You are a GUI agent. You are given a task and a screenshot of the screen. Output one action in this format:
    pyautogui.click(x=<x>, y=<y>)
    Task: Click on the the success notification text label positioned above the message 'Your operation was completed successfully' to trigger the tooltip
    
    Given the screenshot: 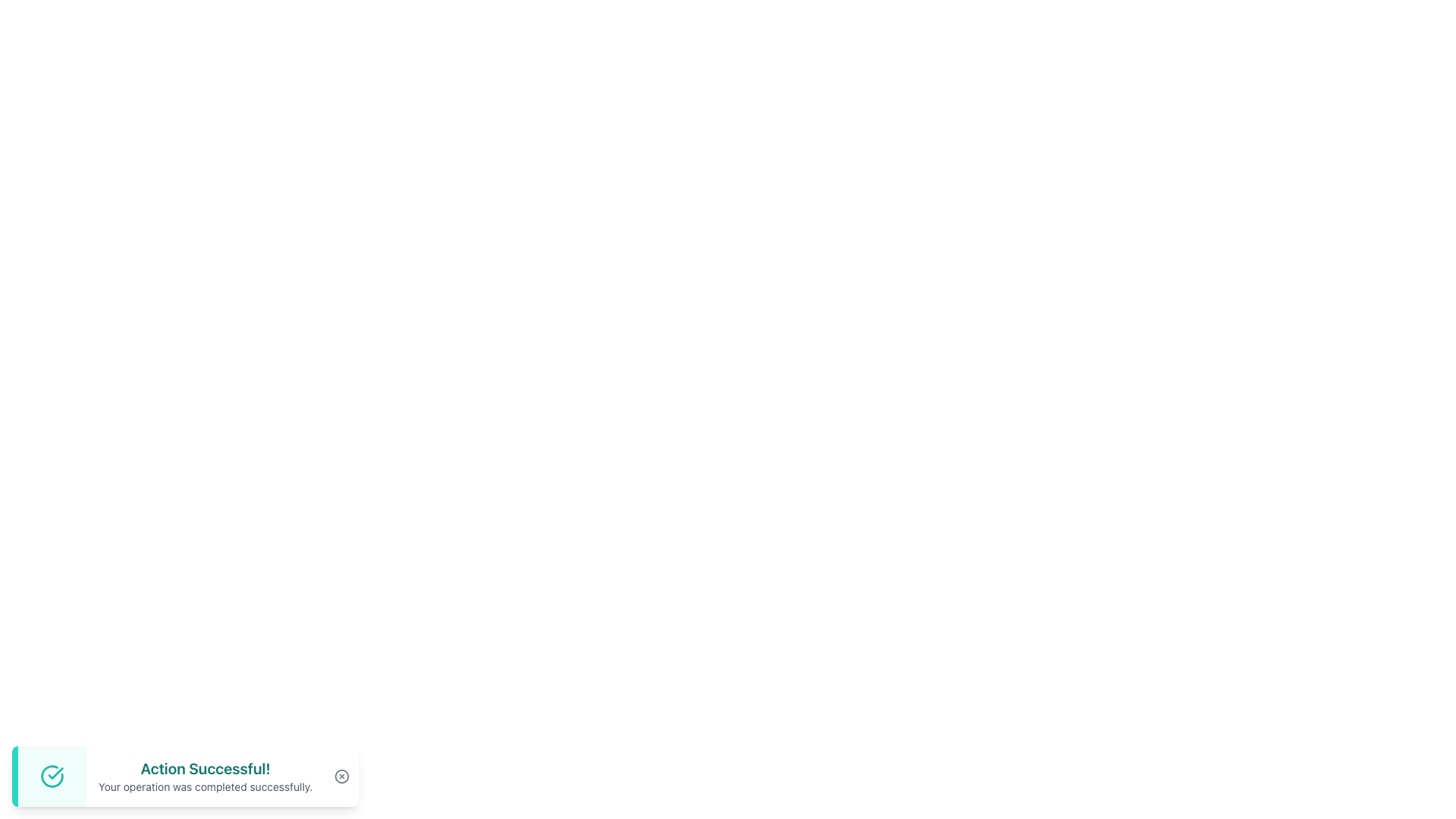 What is the action you would take?
    pyautogui.click(x=205, y=769)
    